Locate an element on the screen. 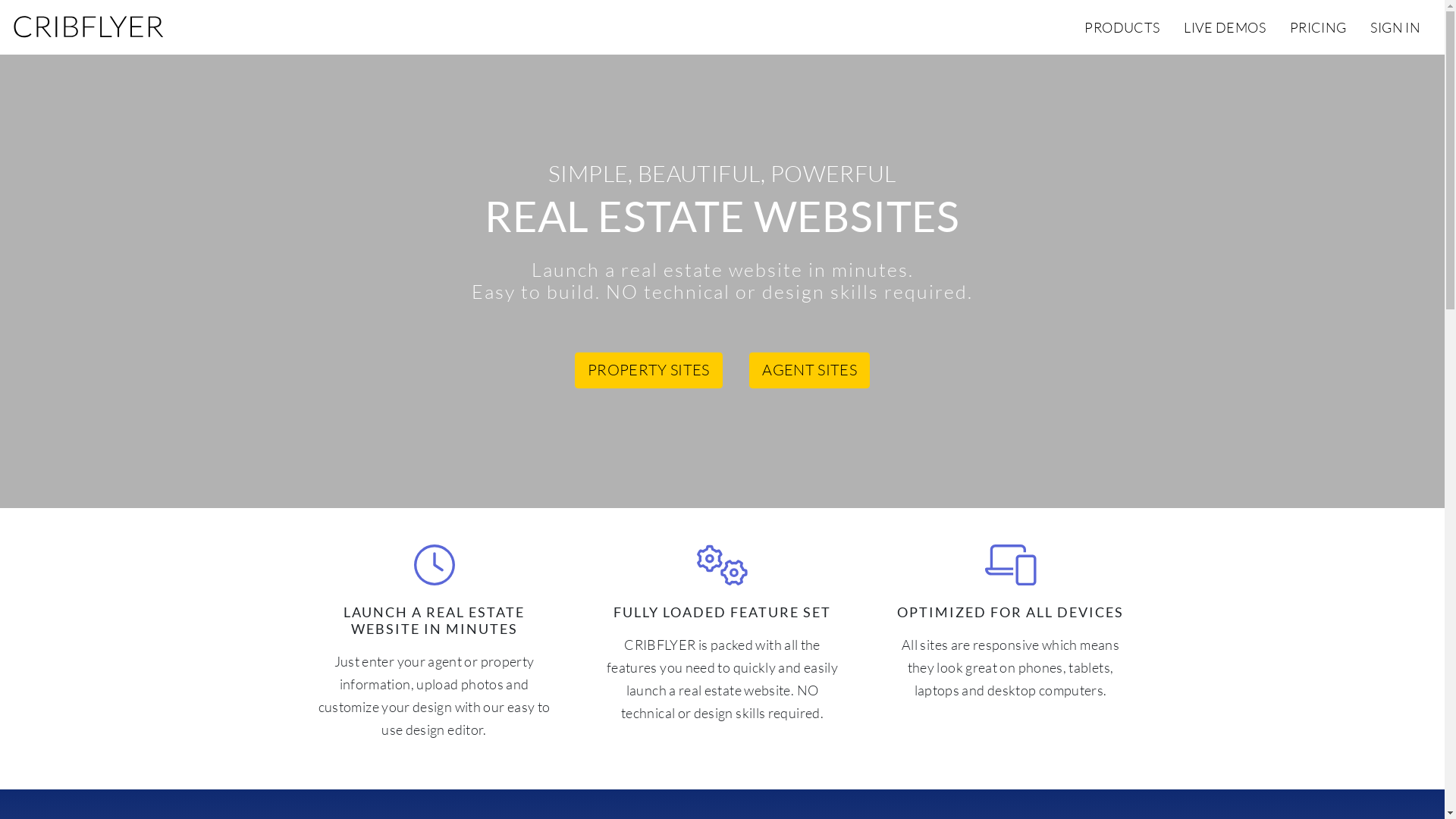  'PRODUCTS' is located at coordinates (1122, 27).